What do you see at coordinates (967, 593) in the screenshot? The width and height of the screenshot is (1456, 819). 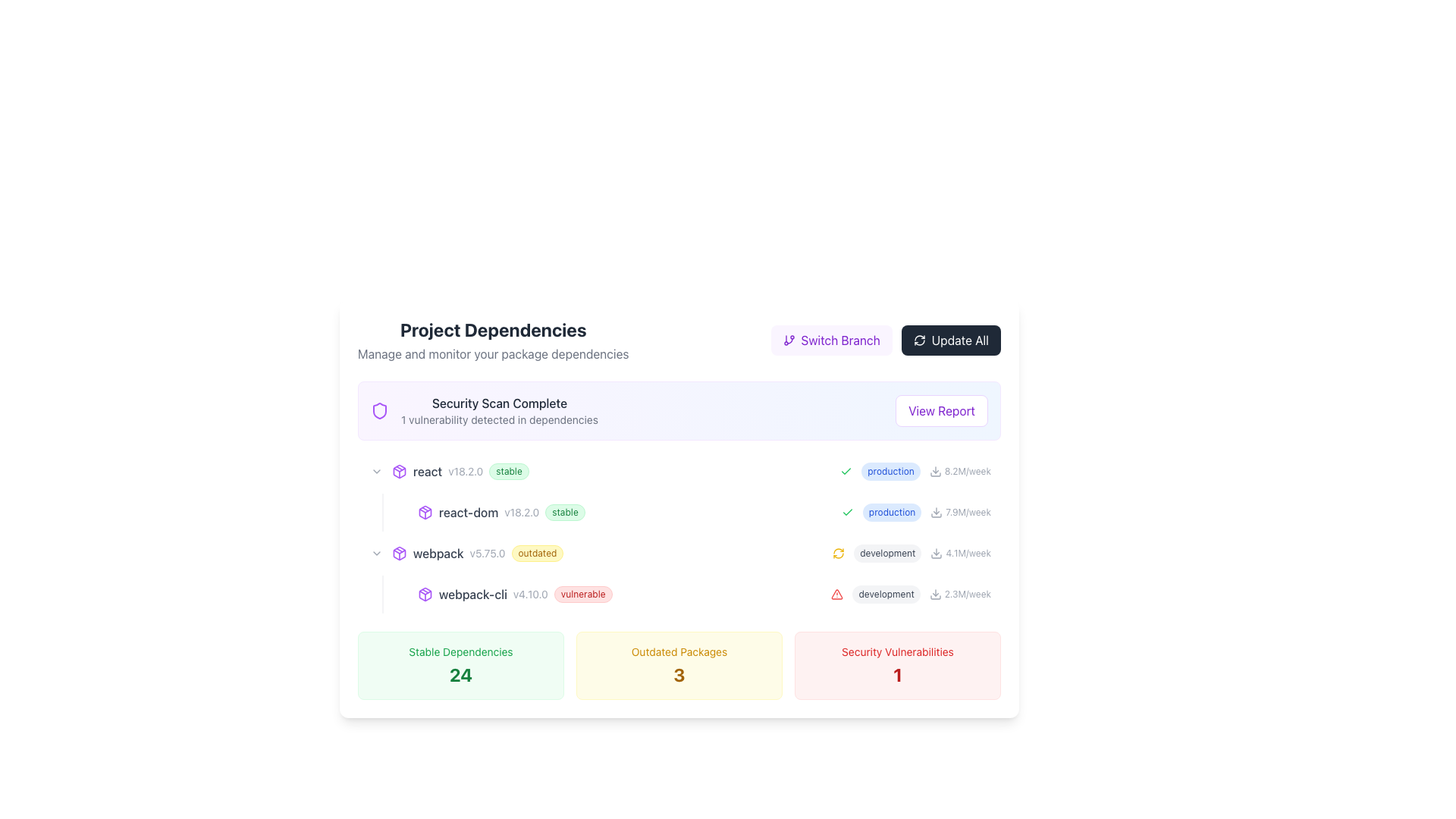 I see `download frequency information of the 'webpack-cli' dependency from the text label located in the 'Project Dependencies' section, which is positioned next to a download icon and under the 'webpack-cli' entry marked as 'vulnerable'` at bounding box center [967, 593].